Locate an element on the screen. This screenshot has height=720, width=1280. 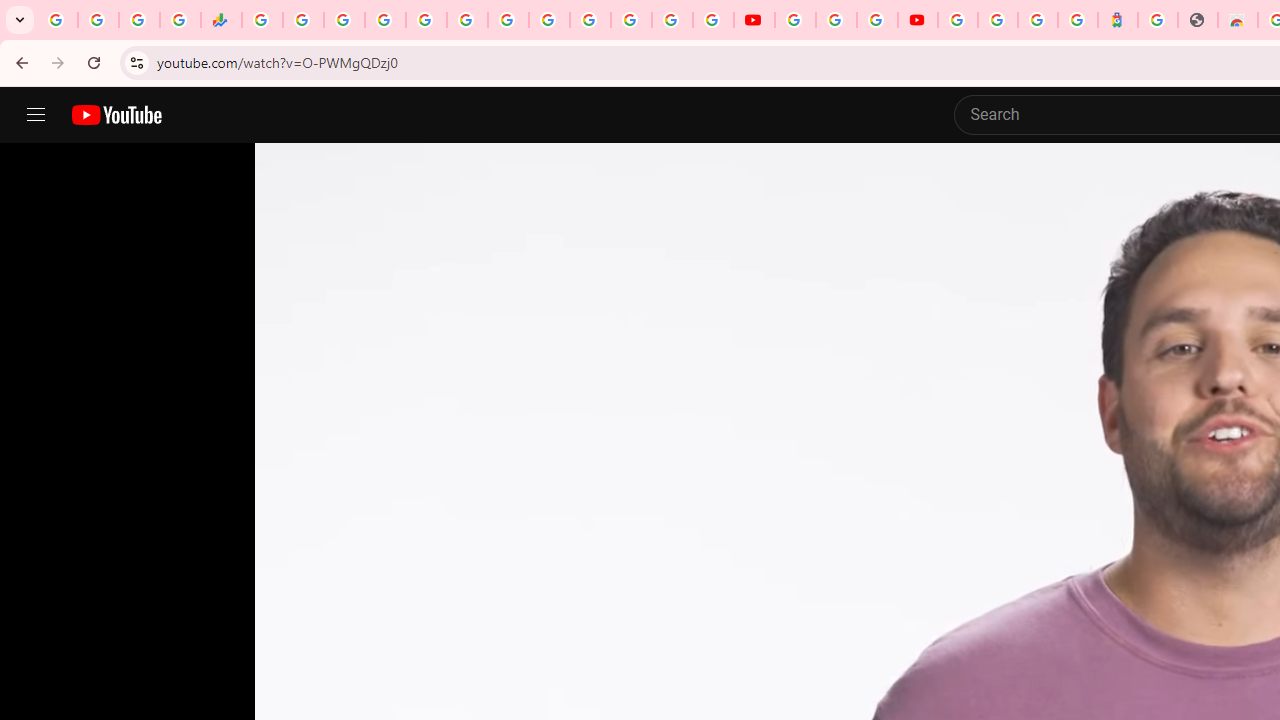
'YouTube' is located at coordinates (752, 20).